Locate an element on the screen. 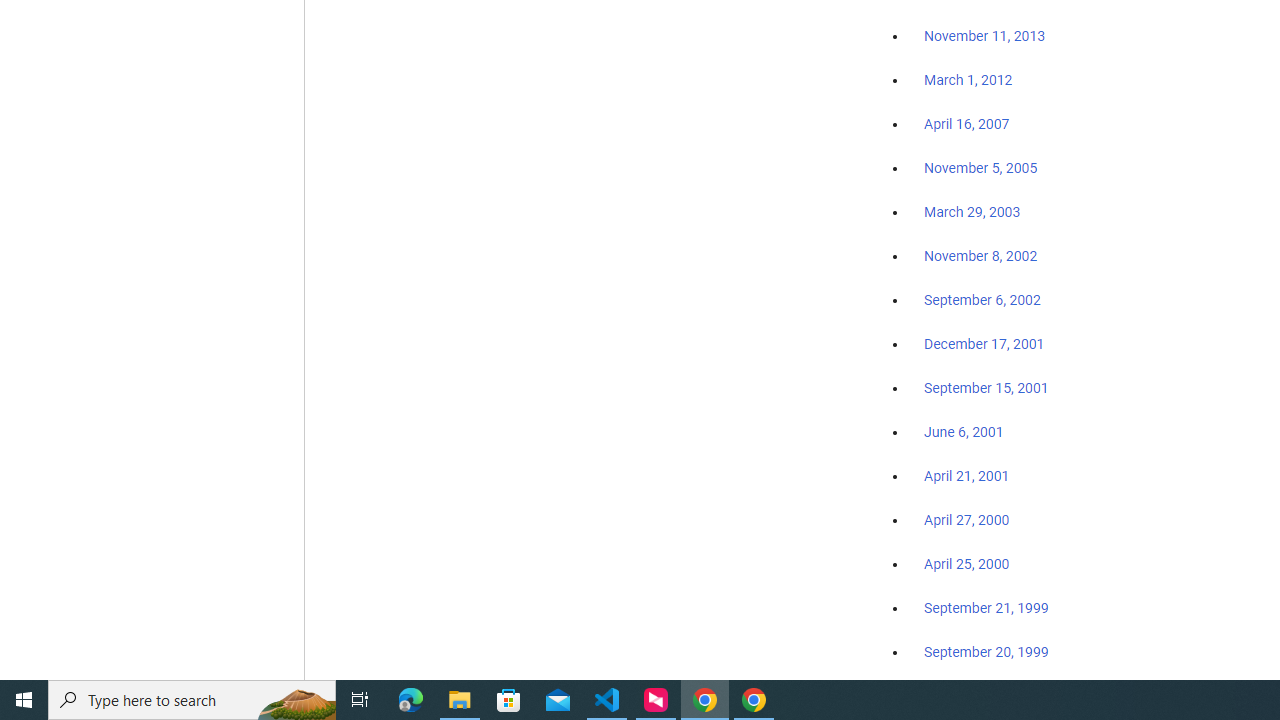 The height and width of the screenshot is (720, 1280). 'March 29, 2003' is located at coordinates (972, 212).